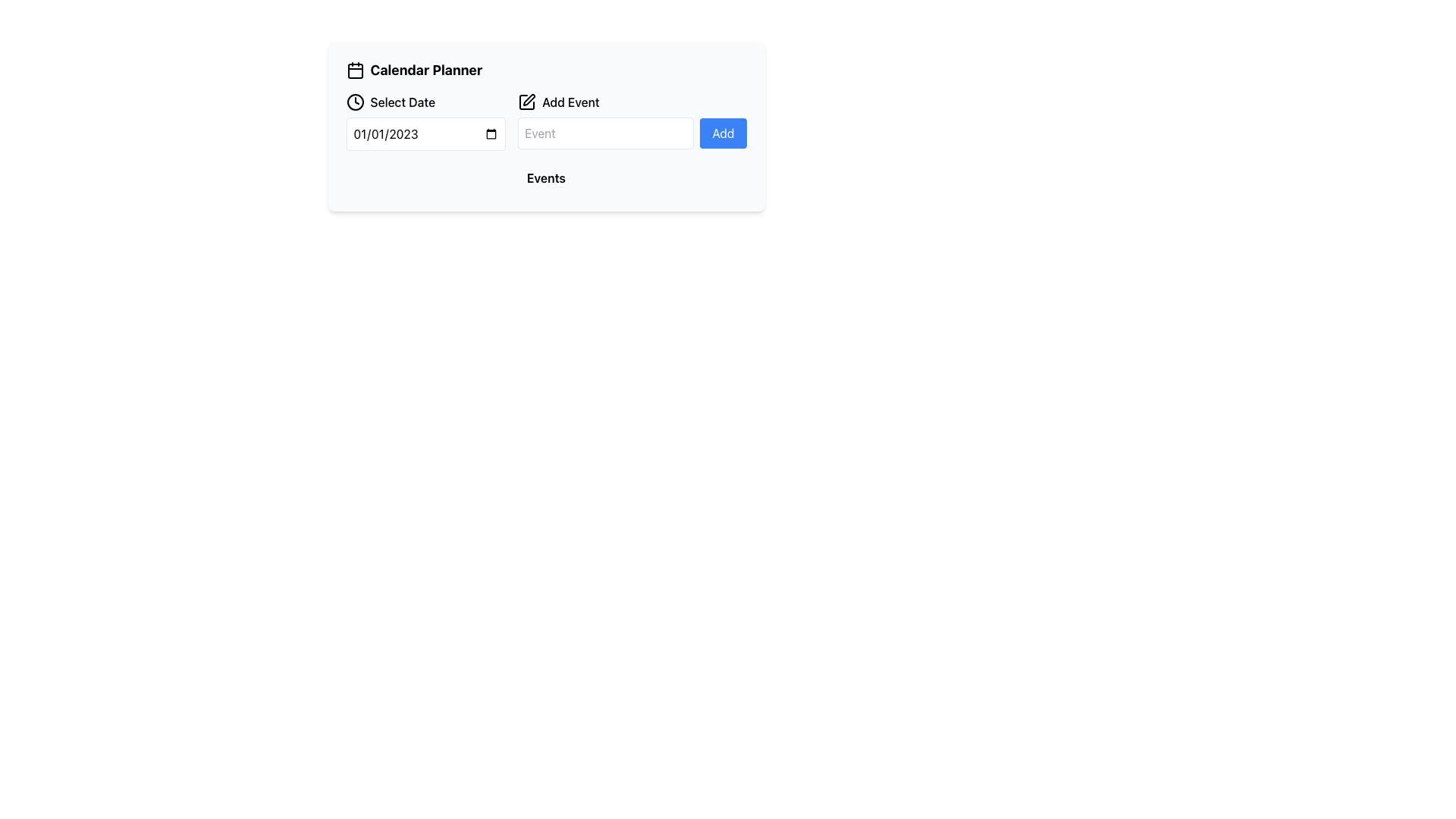 This screenshot has width=1456, height=819. Describe the element at coordinates (527, 102) in the screenshot. I see `the pen icon located to the left of the 'Add Event' label, which is part of a grouped arrangement in the second row of the interface below 'Calendar Planner'` at that location.